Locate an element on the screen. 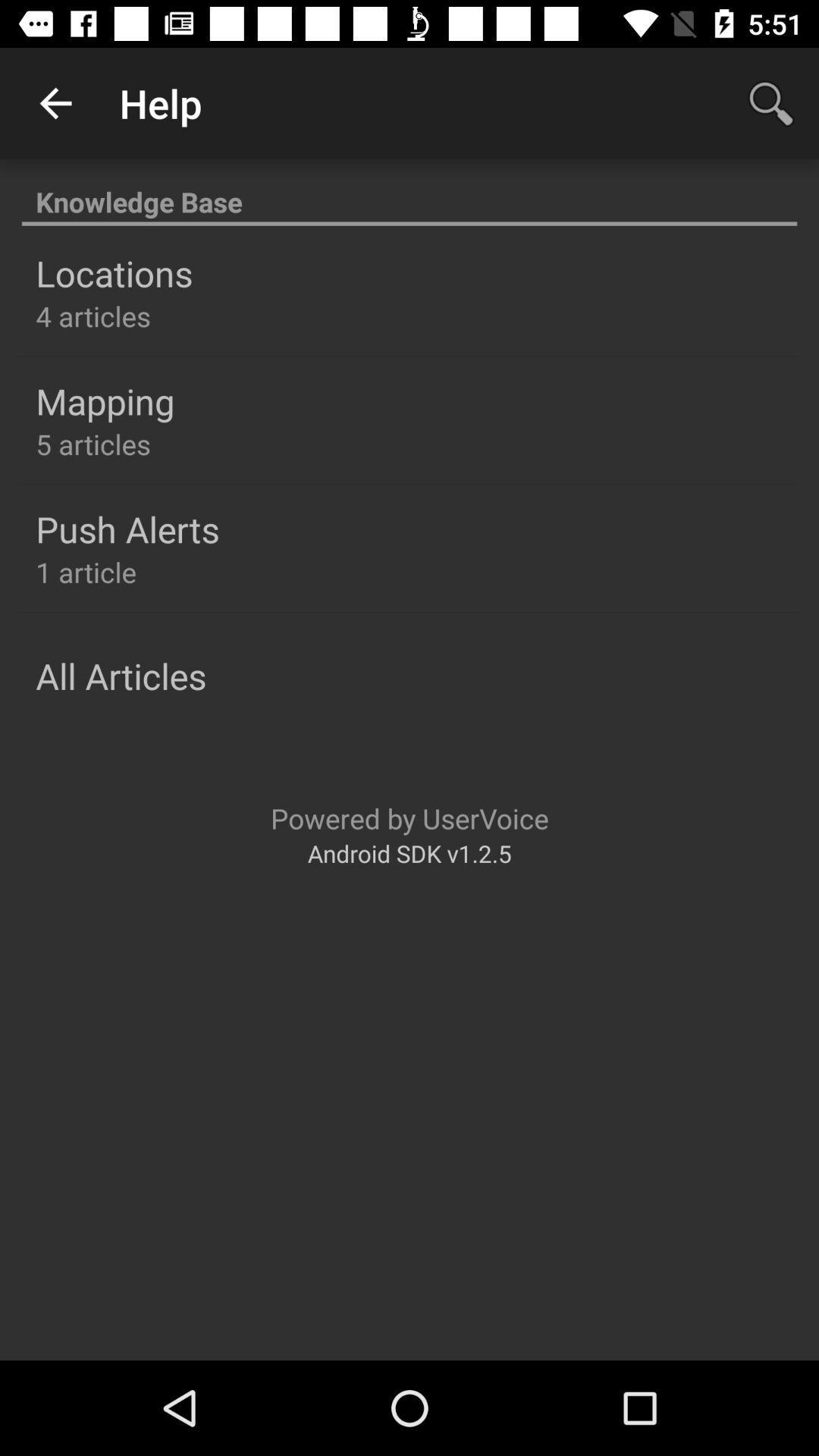 The height and width of the screenshot is (1456, 819). the 1 article icon is located at coordinates (86, 571).